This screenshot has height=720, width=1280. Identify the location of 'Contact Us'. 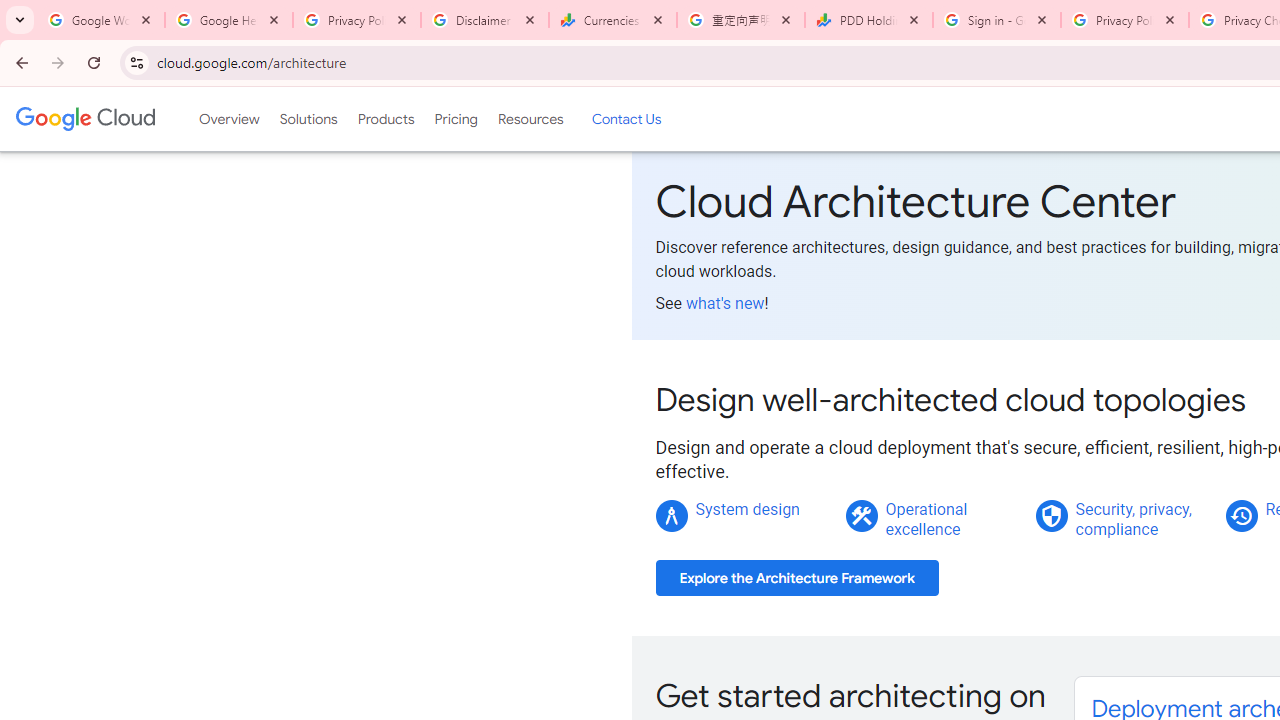
(625, 119).